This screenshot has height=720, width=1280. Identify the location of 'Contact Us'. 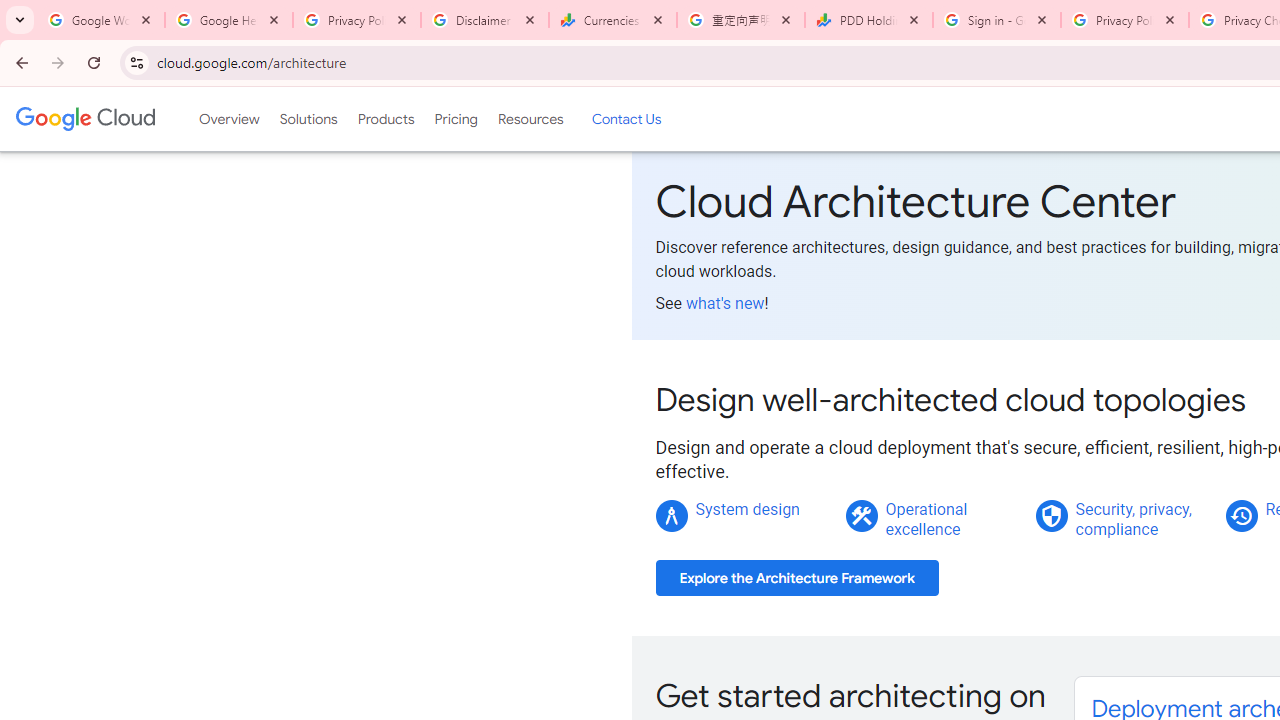
(625, 119).